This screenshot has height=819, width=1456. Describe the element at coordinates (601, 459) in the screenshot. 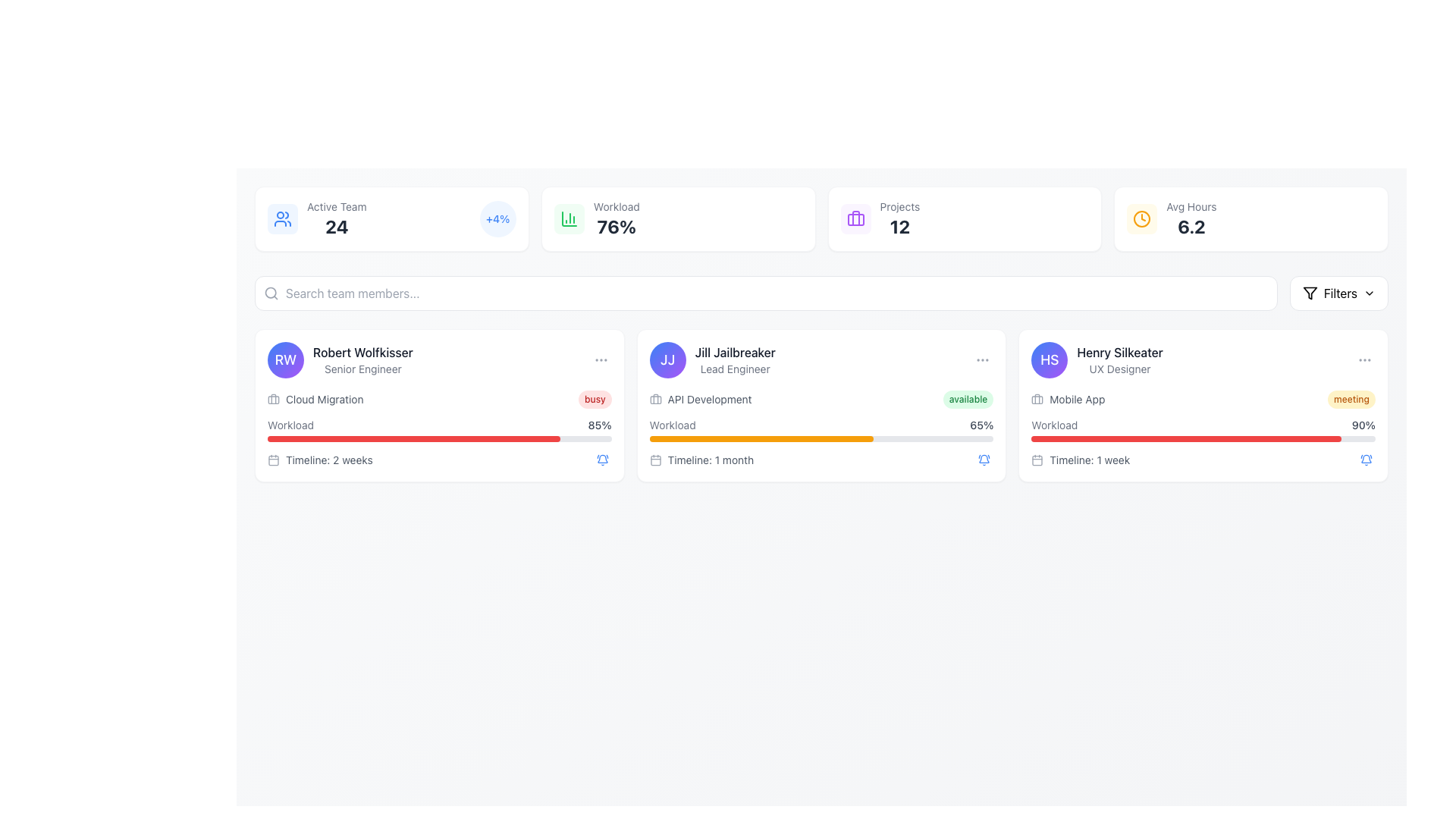

I see `the notification button located at the bottom-right corner of the card for 'Robert Wolfkisser' to apply focus effects` at that location.